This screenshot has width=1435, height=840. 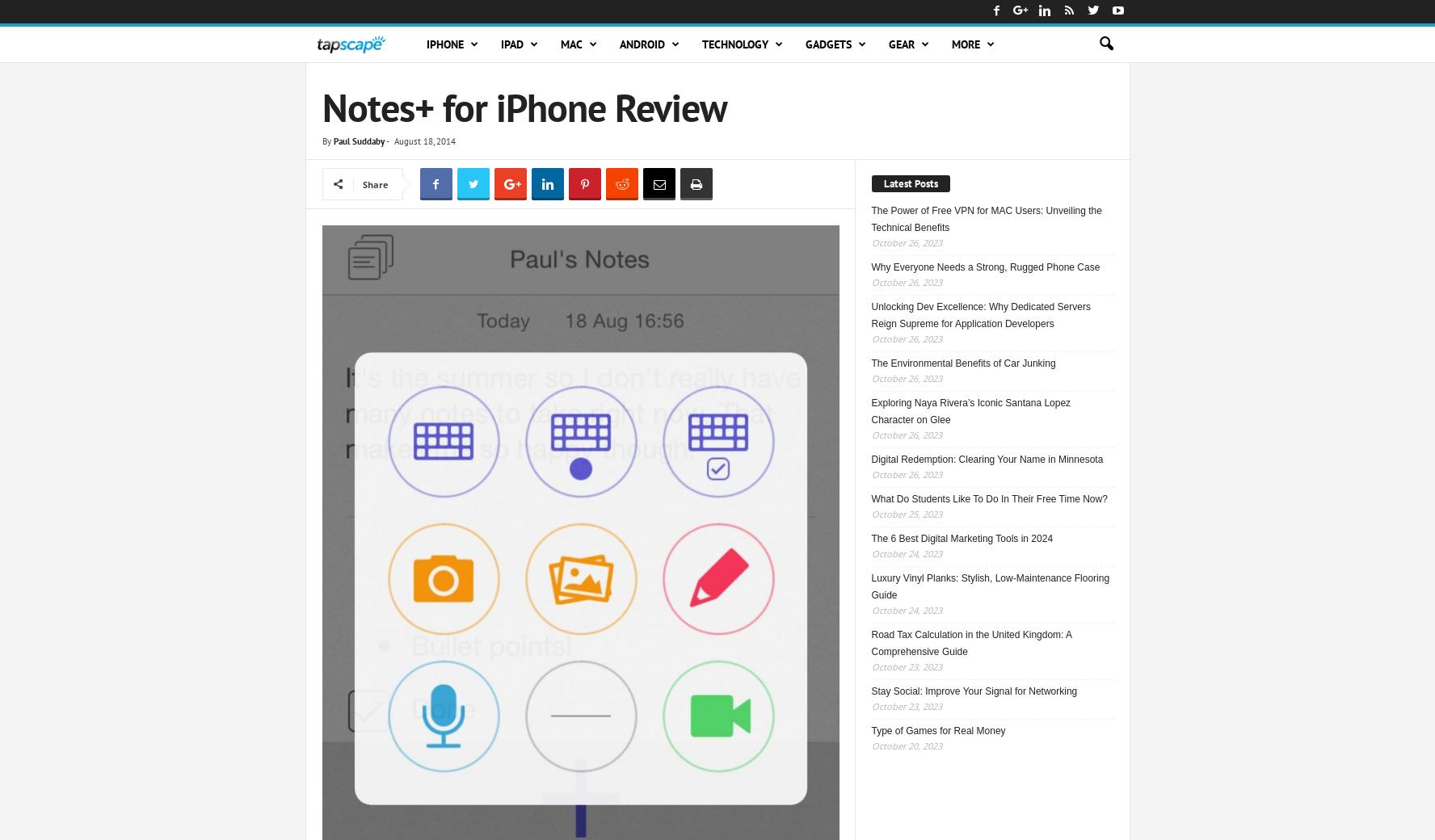 What do you see at coordinates (326, 140) in the screenshot?
I see `'By'` at bounding box center [326, 140].